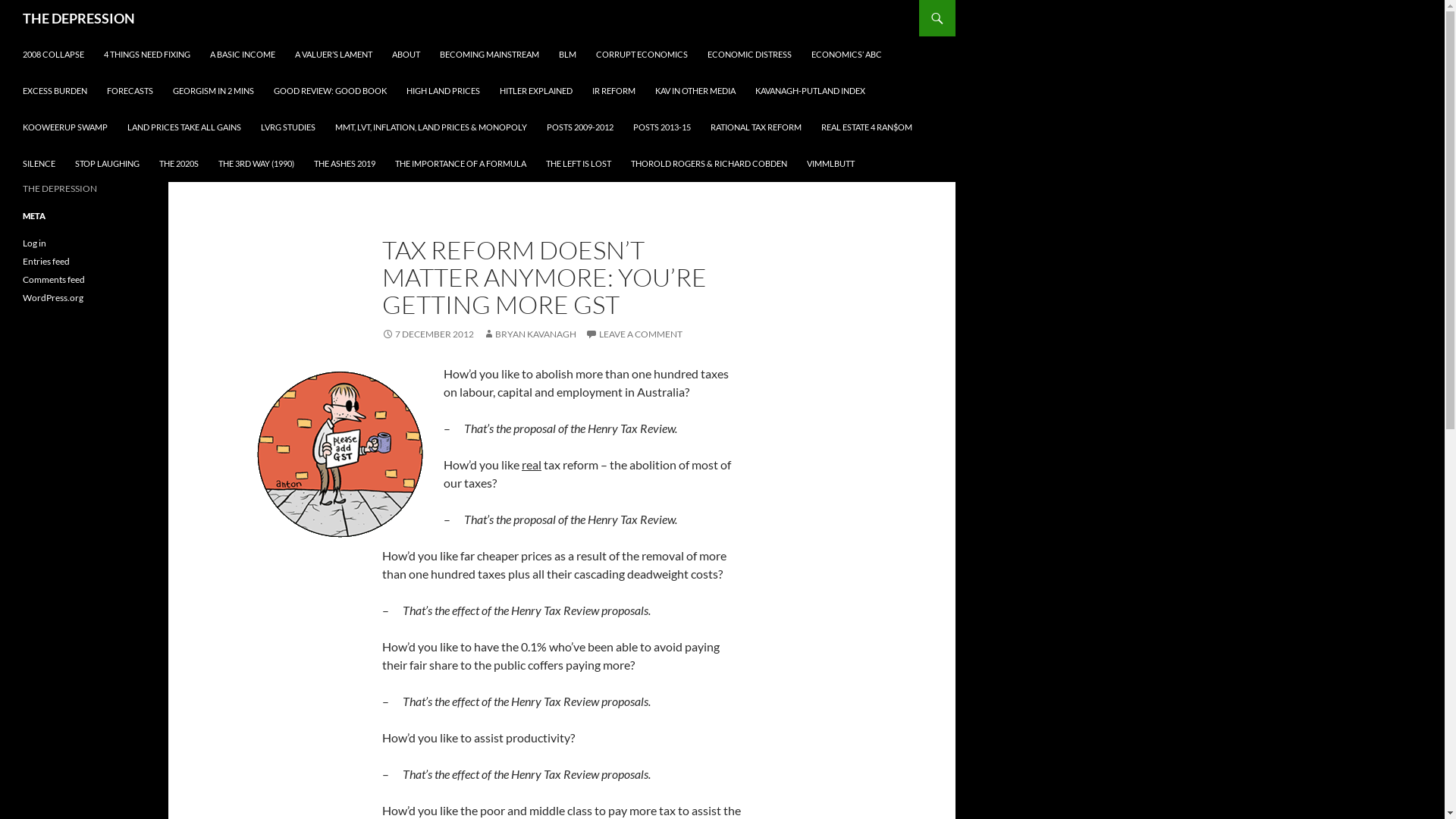  What do you see at coordinates (830, 164) in the screenshot?
I see `'VIMMLBUTT'` at bounding box center [830, 164].